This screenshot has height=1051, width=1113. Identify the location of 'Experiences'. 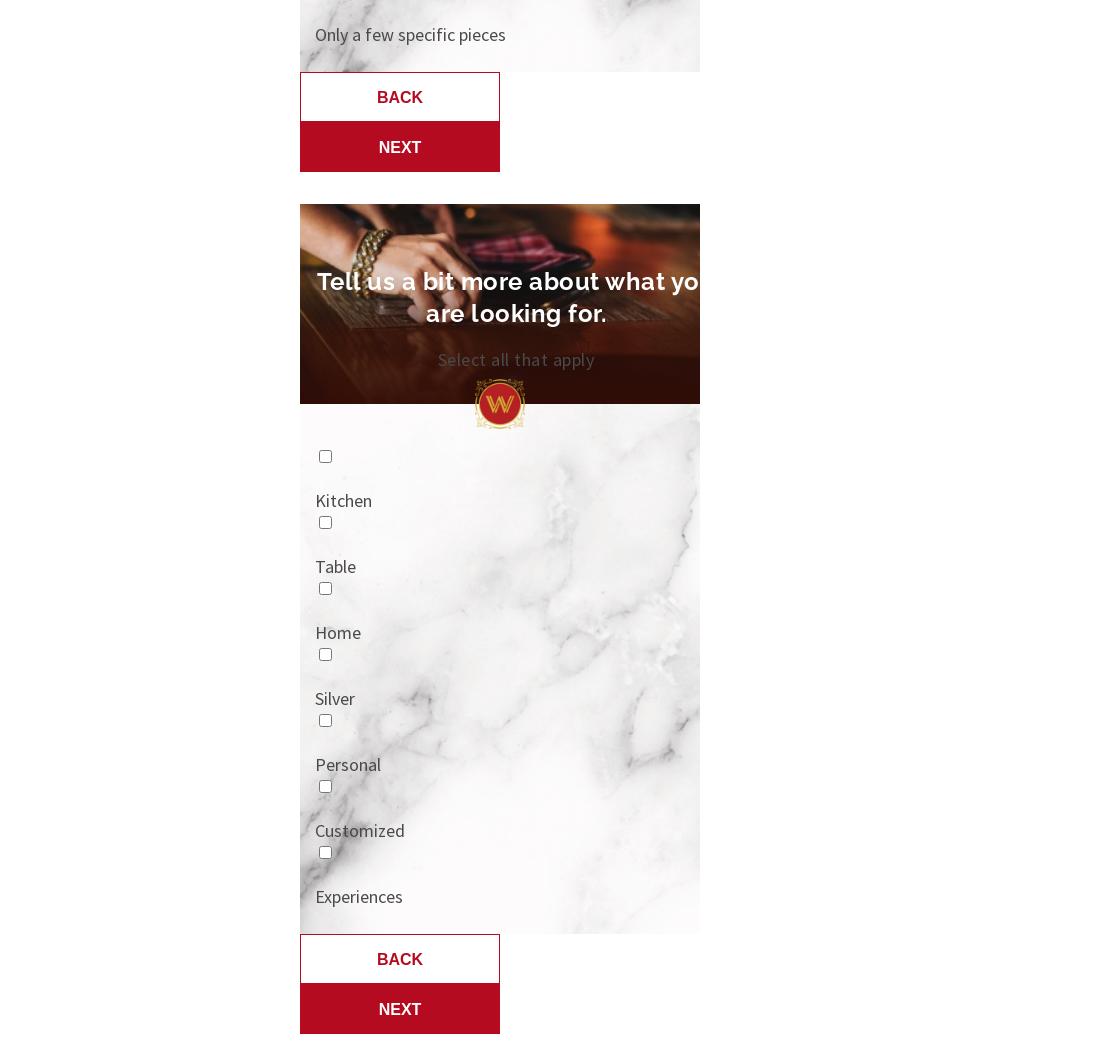
(359, 896).